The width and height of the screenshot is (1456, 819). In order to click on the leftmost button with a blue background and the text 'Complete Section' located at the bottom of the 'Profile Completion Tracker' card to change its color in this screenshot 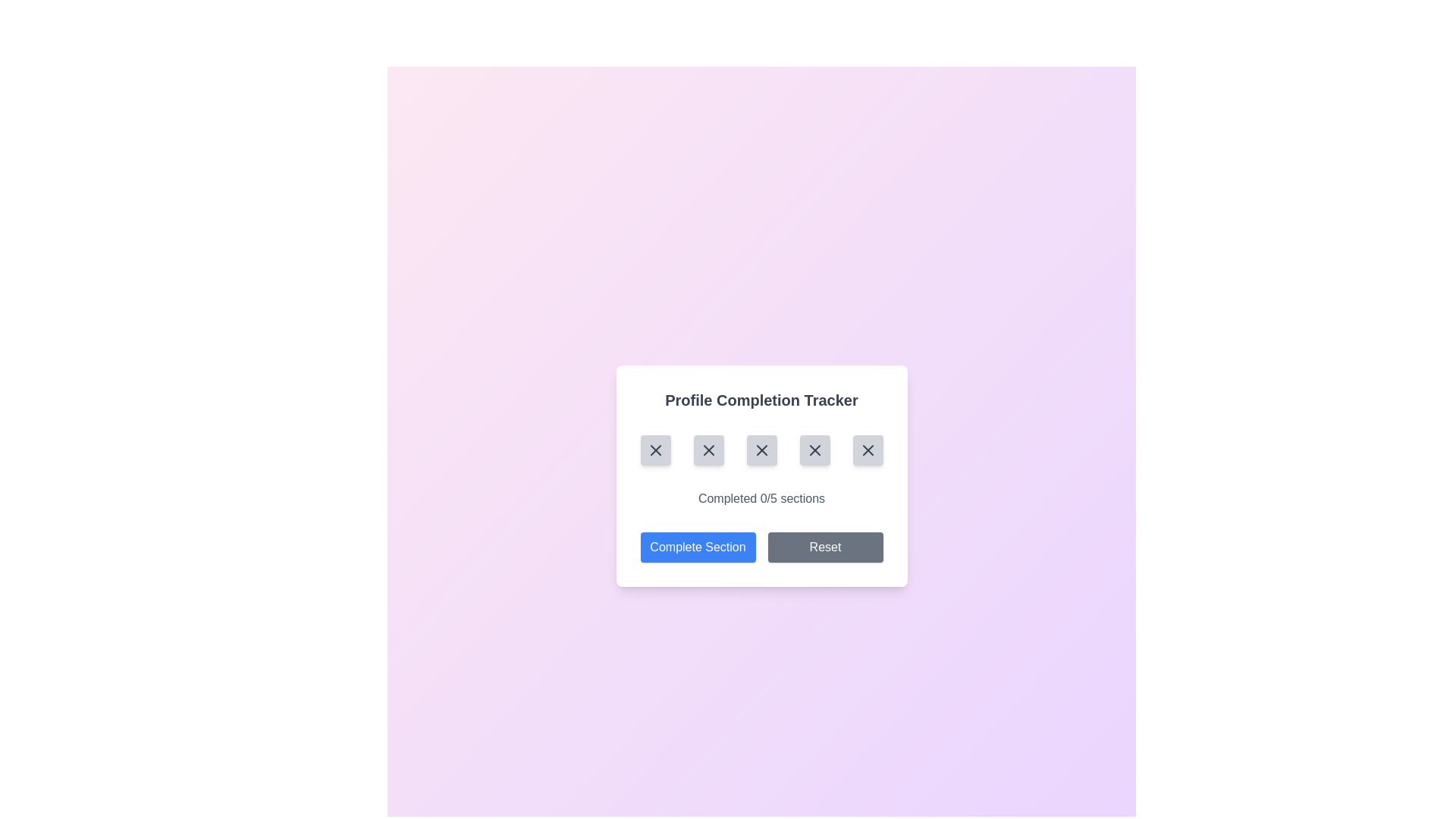, I will do `click(697, 547)`.